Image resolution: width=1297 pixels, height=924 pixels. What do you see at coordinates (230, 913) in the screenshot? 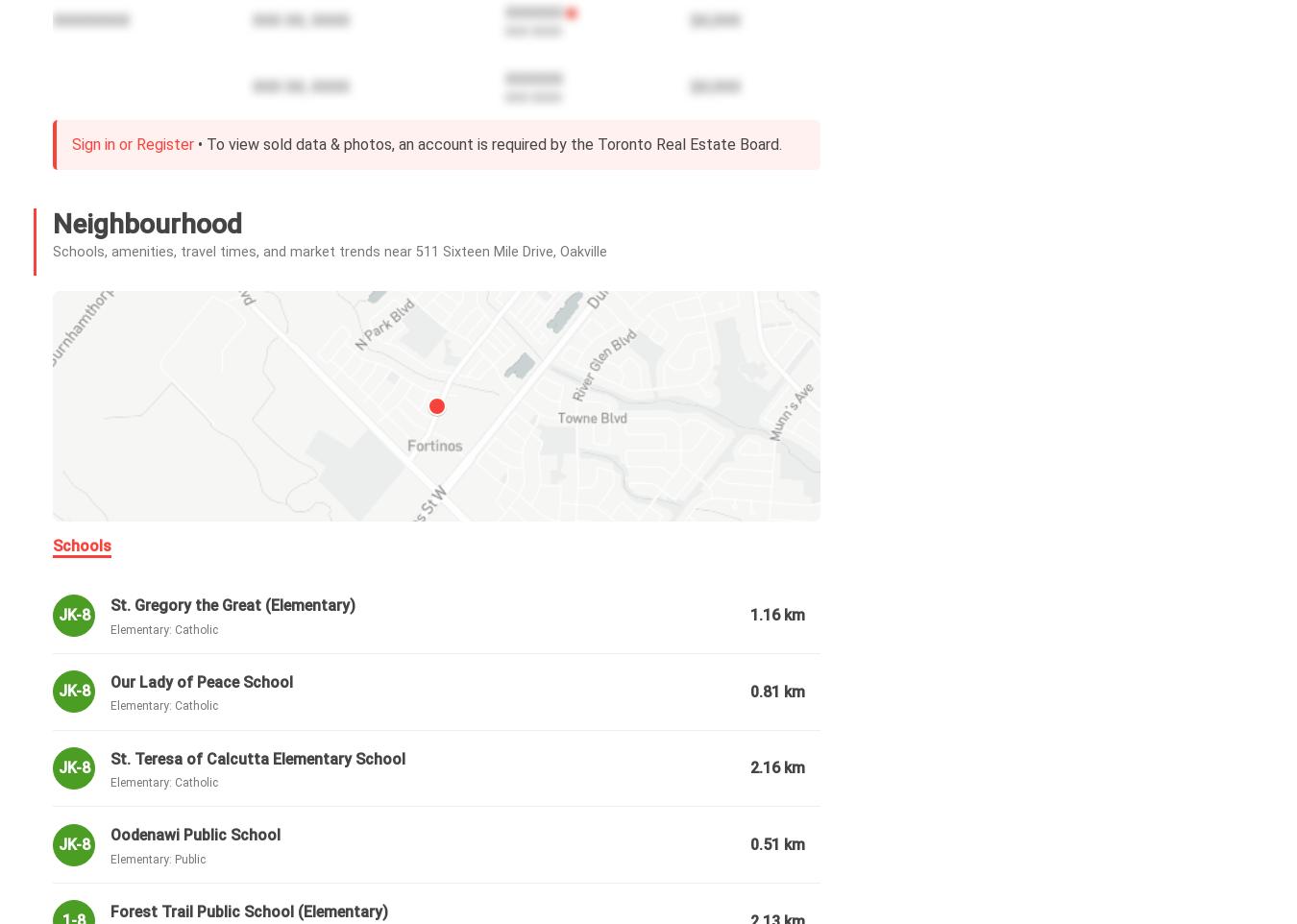
I see `'Unknown'` at bounding box center [230, 913].